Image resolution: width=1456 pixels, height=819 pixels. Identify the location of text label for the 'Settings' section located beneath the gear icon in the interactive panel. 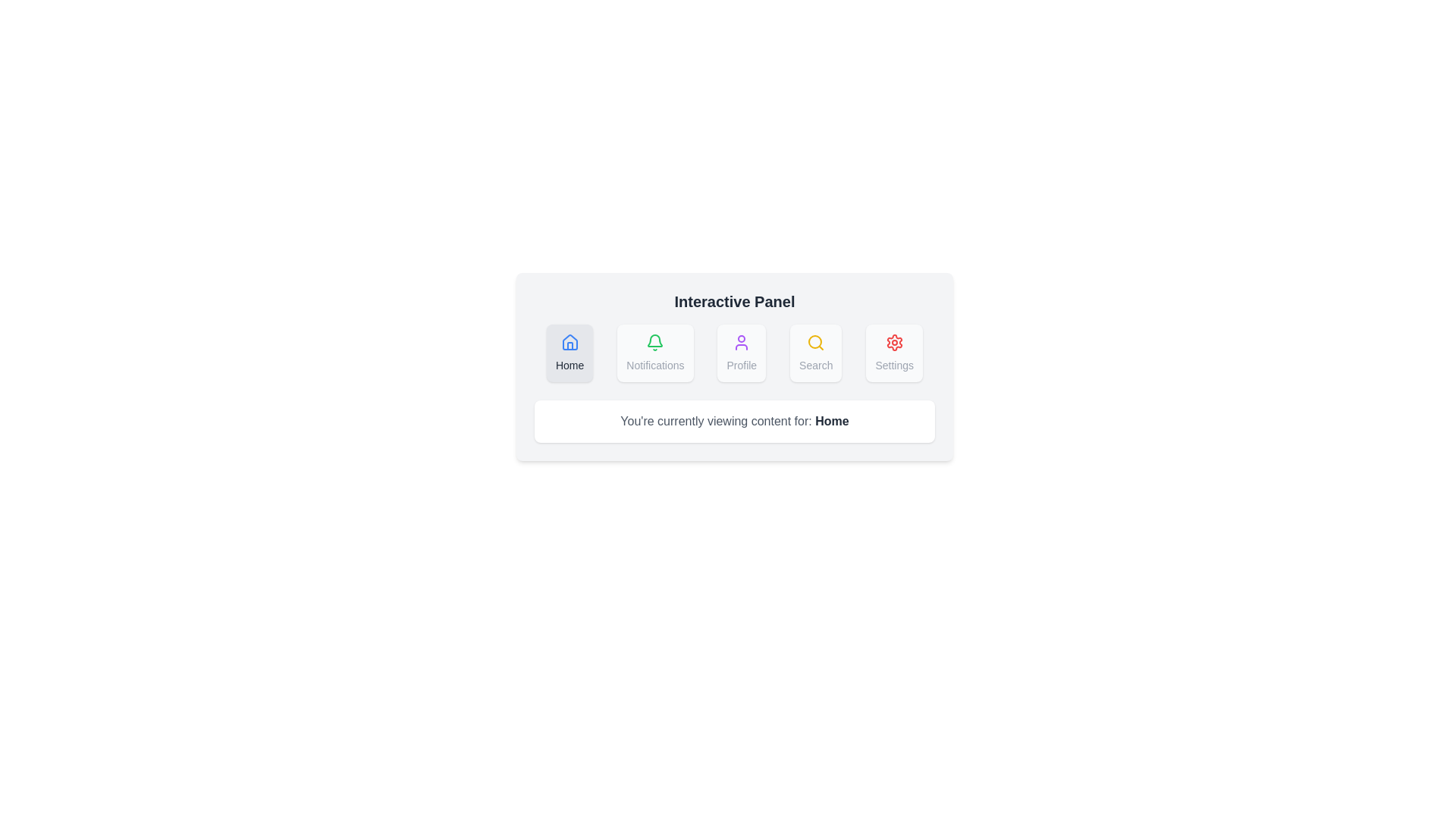
(894, 366).